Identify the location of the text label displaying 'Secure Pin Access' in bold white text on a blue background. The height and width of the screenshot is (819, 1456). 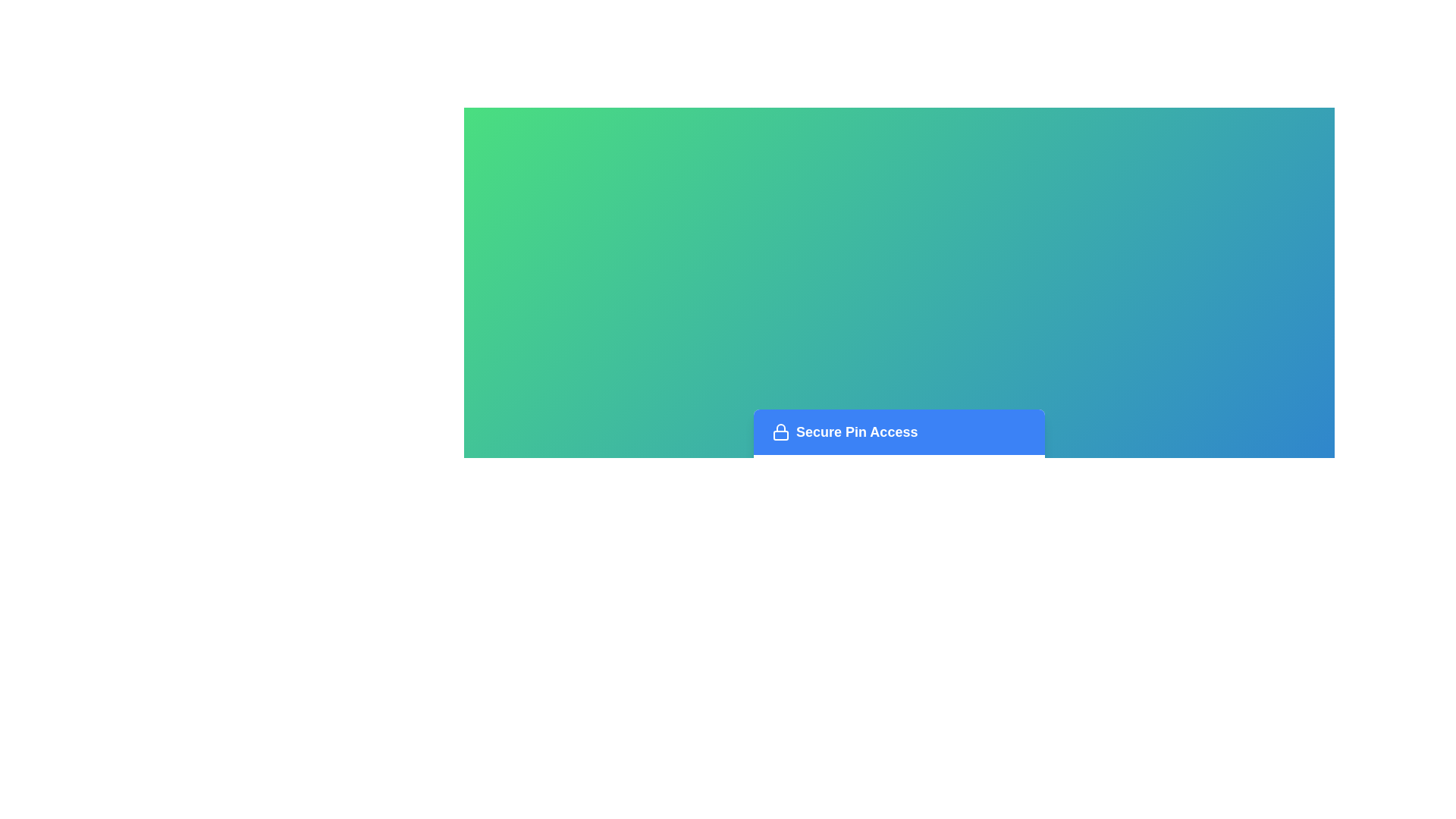
(857, 432).